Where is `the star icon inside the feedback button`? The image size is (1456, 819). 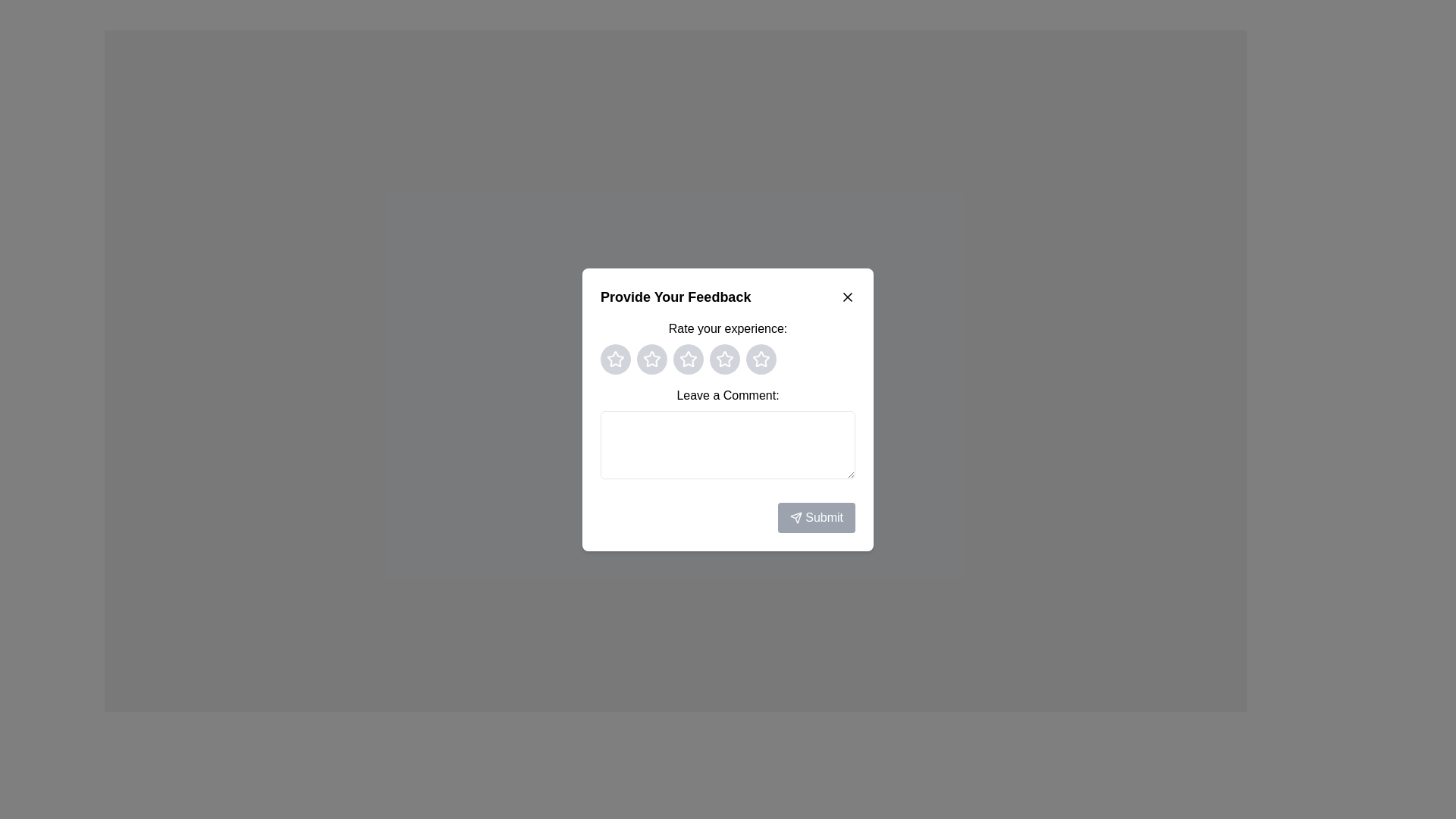 the star icon inside the feedback button is located at coordinates (723, 359).